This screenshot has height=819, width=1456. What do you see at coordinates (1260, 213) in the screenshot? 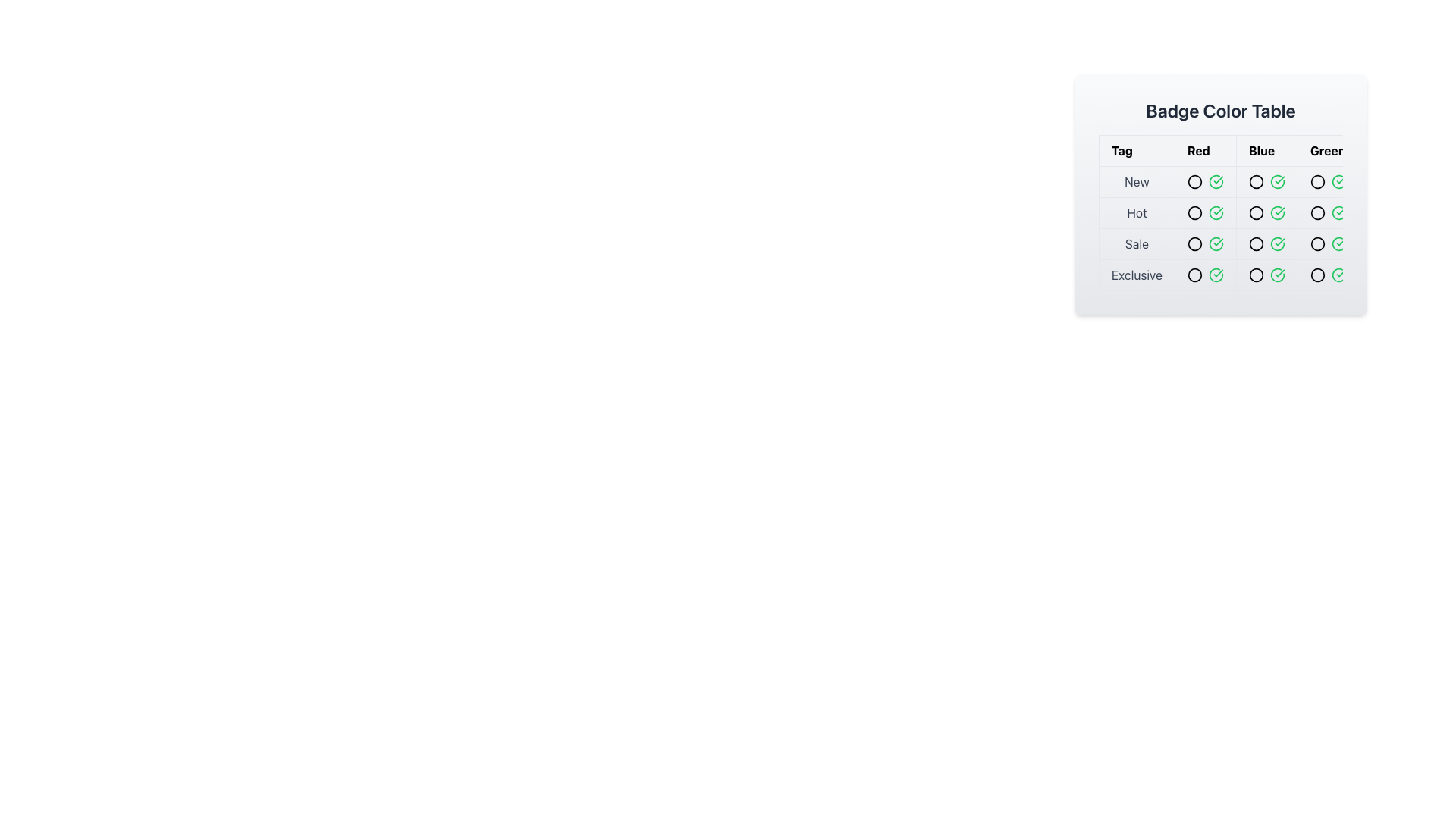
I see `the circular indicator icon representing the 'Blue' category for the 'Hot' tag` at bounding box center [1260, 213].